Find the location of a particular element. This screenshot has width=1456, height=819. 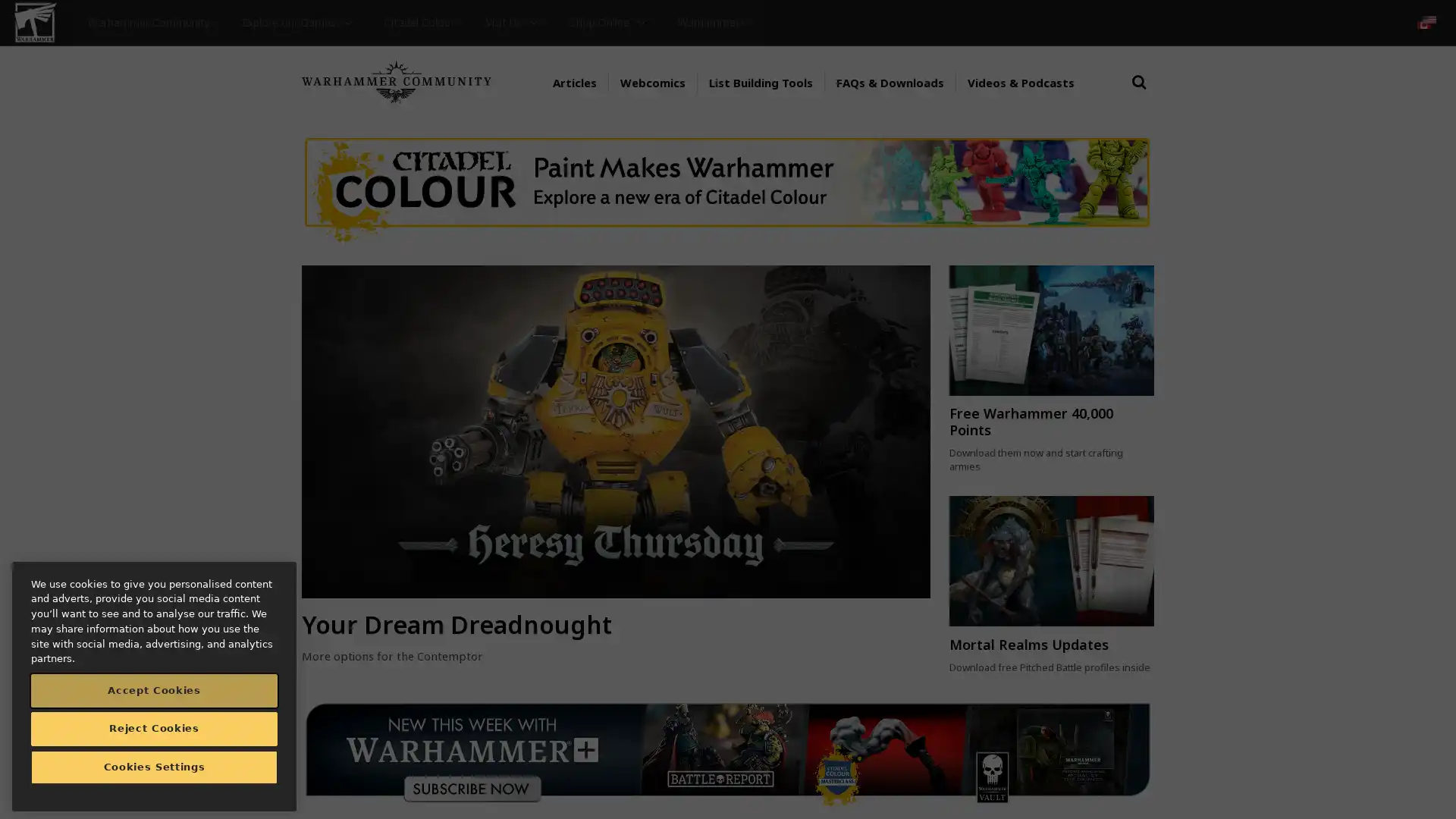

Cookies Settings is located at coordinates (154, 767).